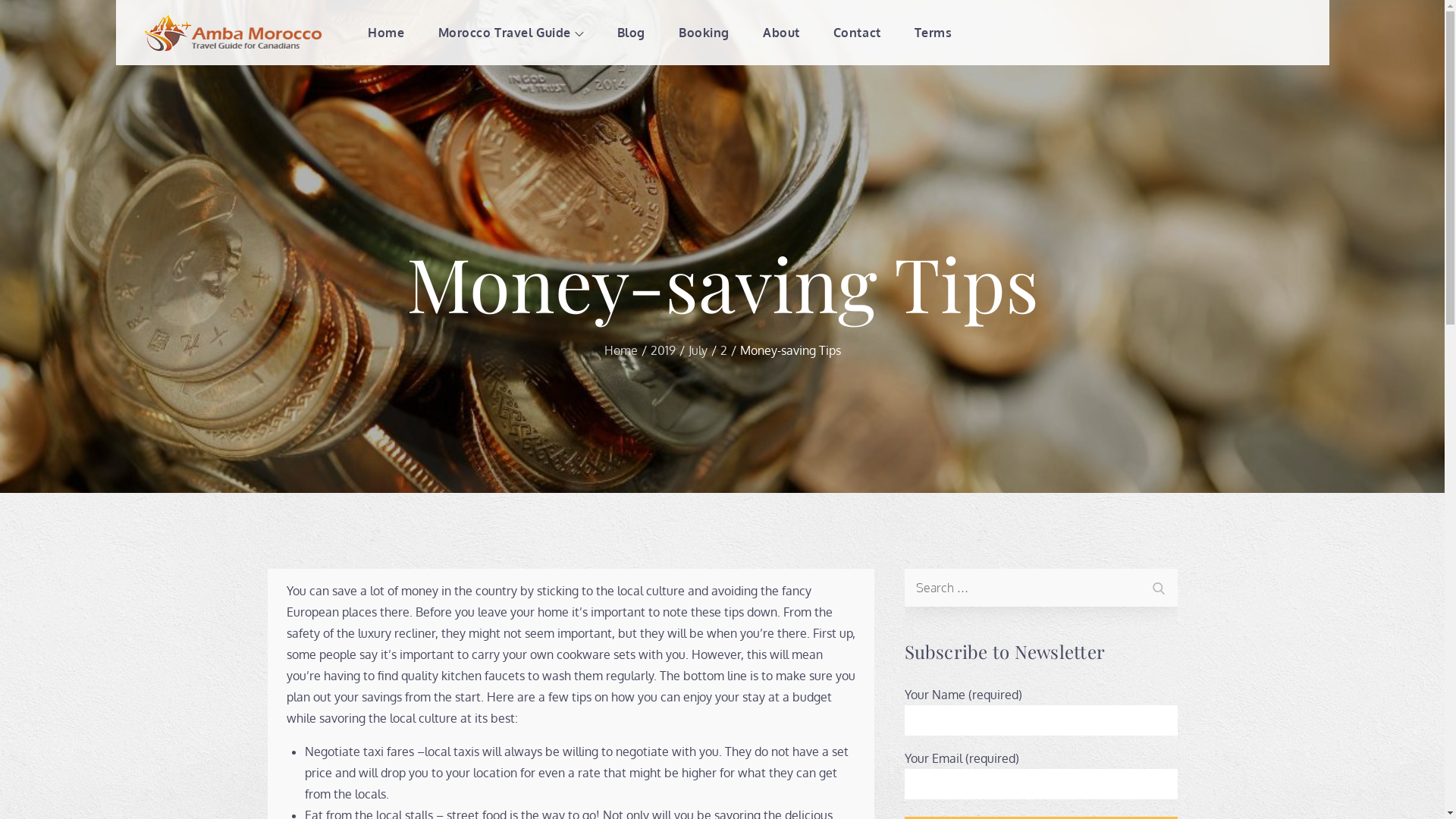  I want to click on 'Blog', so click(631, 32).